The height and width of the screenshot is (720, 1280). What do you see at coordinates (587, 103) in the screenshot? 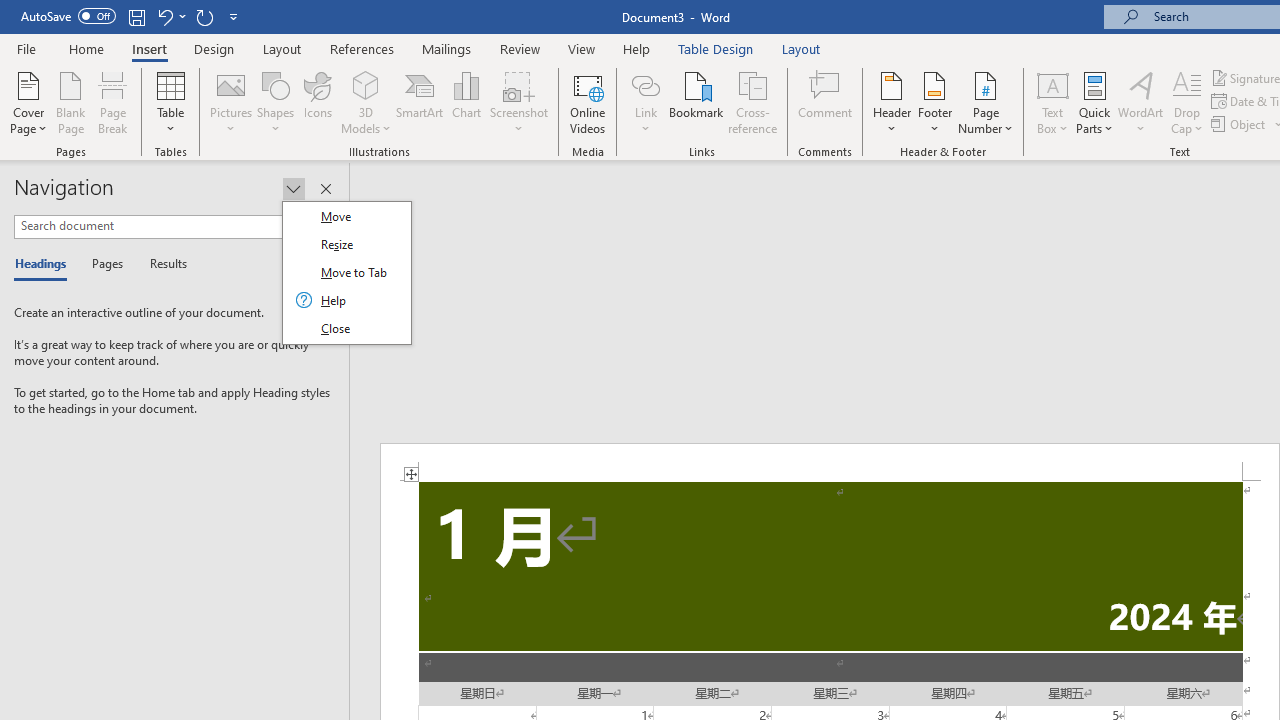
I see `'Online Videos...'` at bounding box center [587, 103].